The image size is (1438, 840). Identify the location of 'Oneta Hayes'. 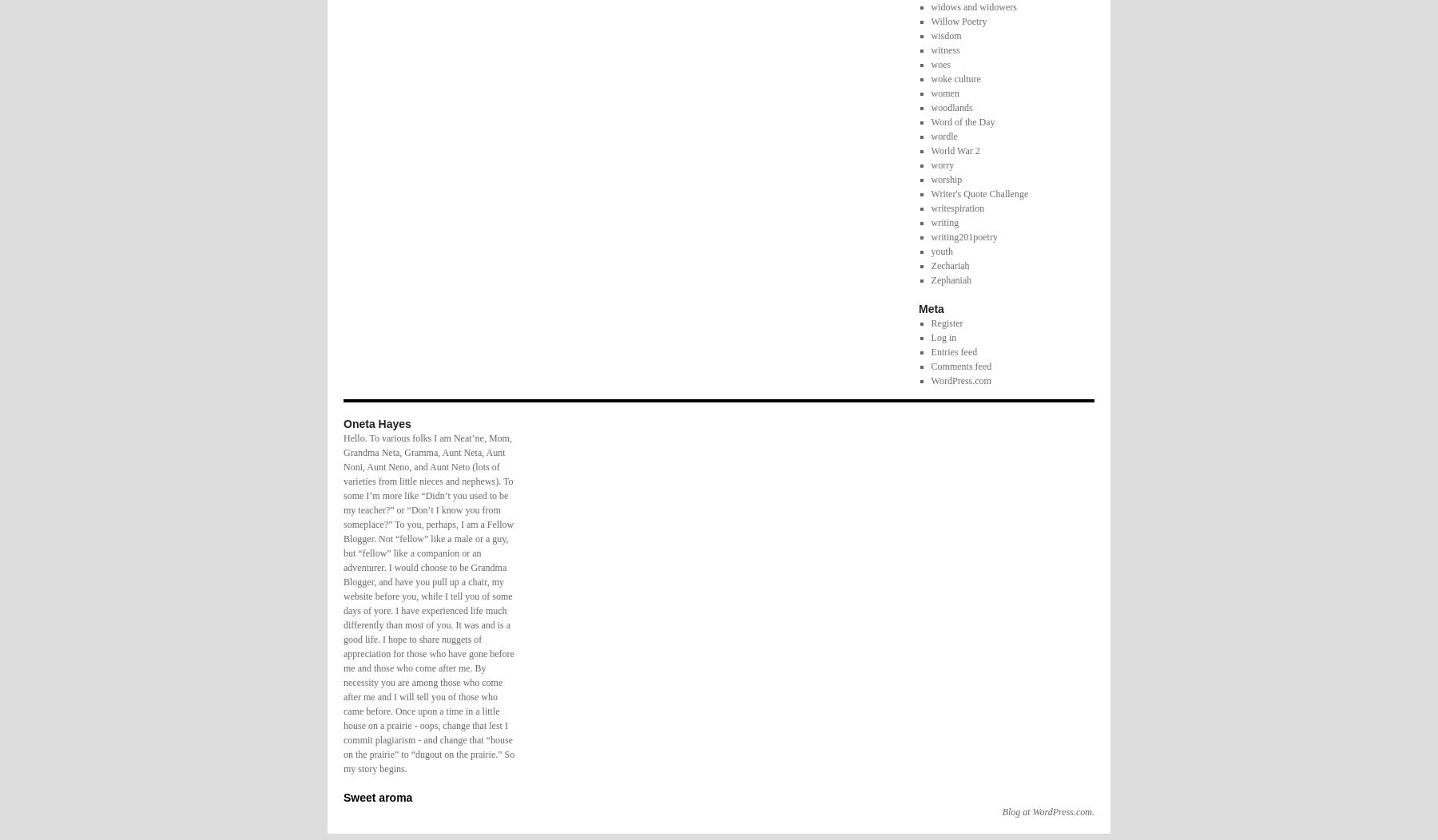
(375, 422).